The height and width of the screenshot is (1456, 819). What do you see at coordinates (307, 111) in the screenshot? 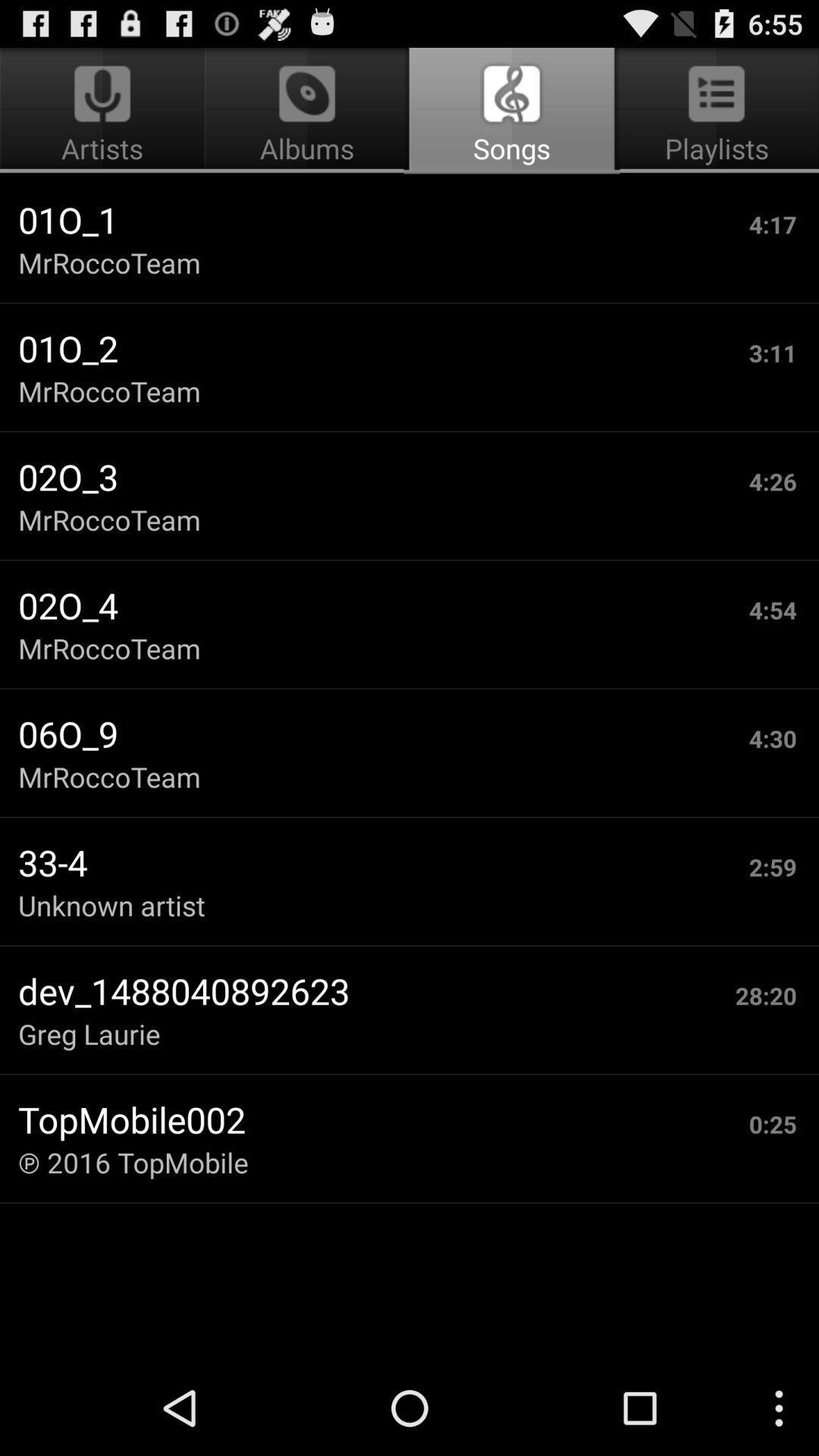
I see `the item next to playlists item` at bounding box center [307, 111].